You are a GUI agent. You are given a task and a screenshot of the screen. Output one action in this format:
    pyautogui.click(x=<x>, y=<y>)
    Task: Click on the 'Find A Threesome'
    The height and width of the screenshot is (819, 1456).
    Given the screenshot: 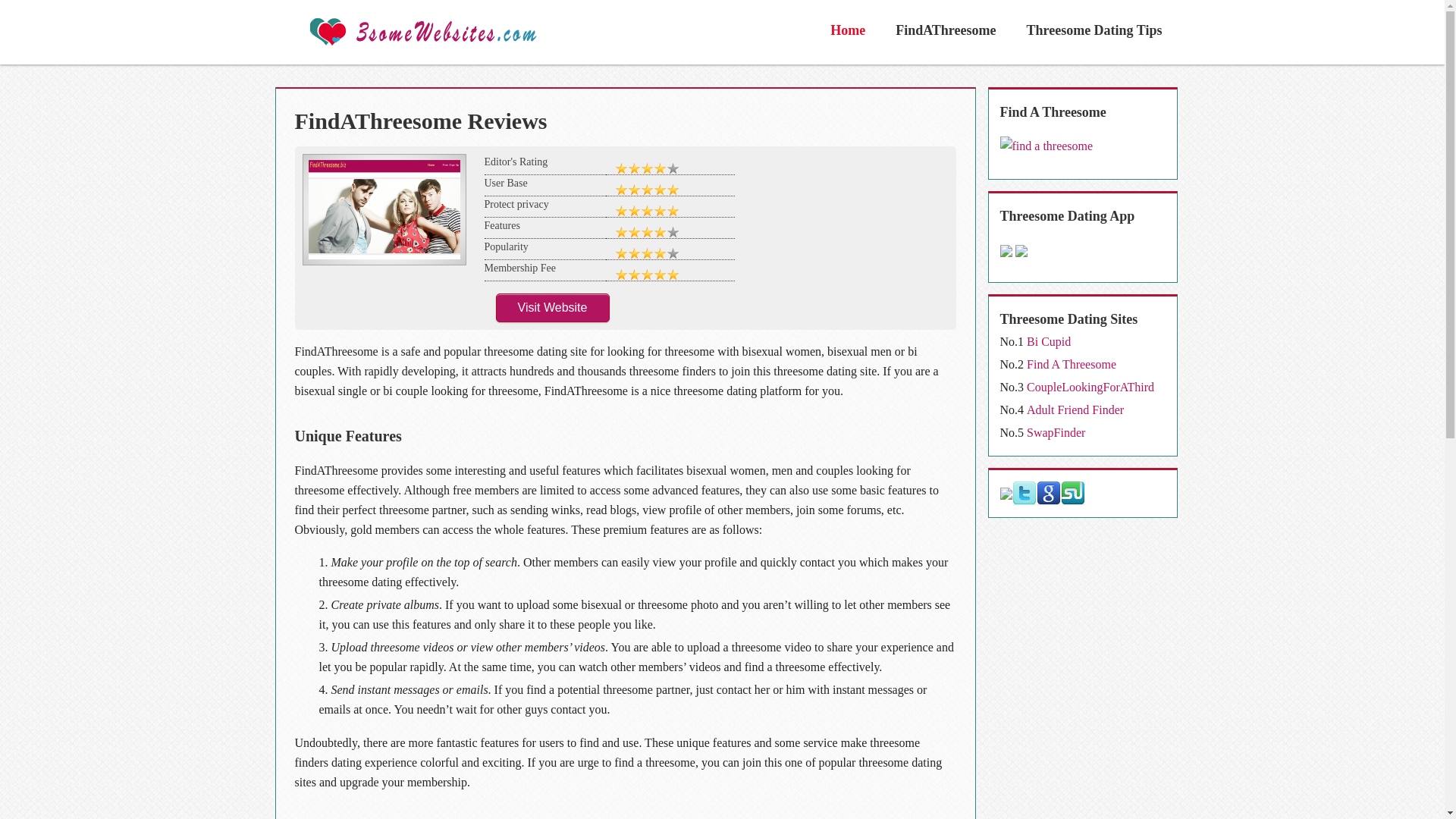 What is the action you would take?
    pyautogui.click(x=1026, y=364)
    